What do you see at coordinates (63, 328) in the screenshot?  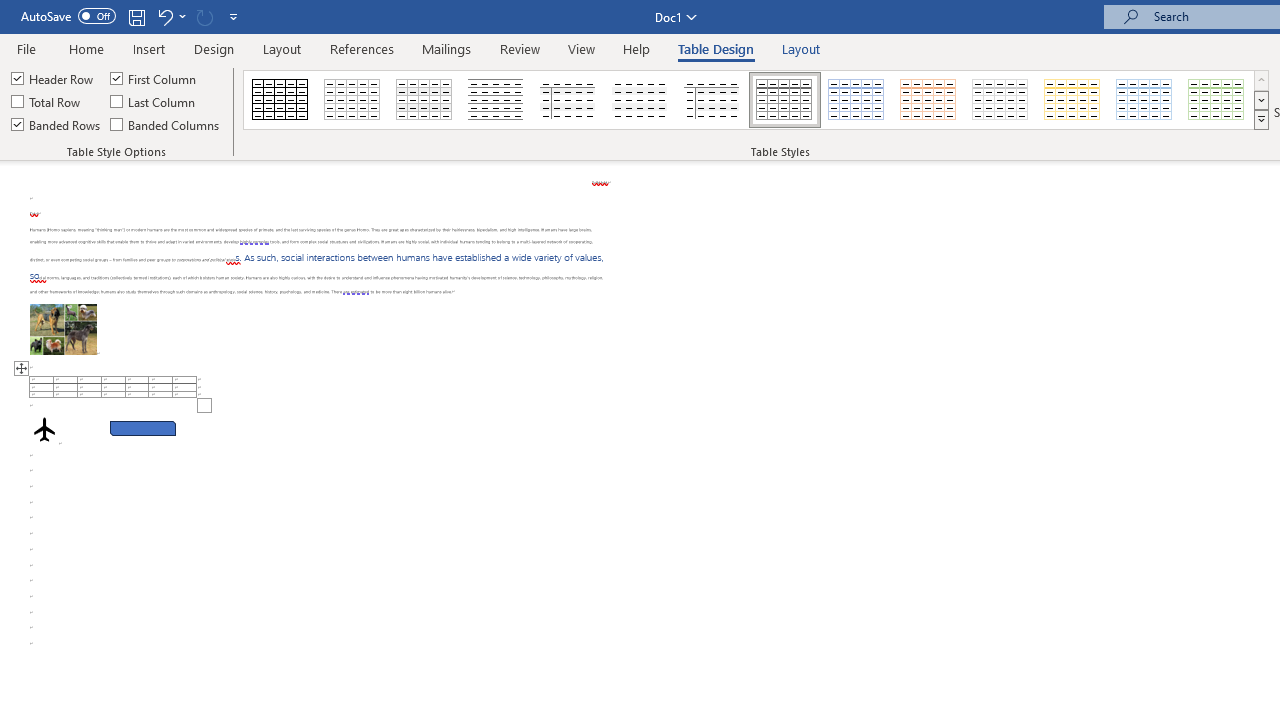 I see `'Morphological variation in six dogs'` at bounding box center [63, 328].